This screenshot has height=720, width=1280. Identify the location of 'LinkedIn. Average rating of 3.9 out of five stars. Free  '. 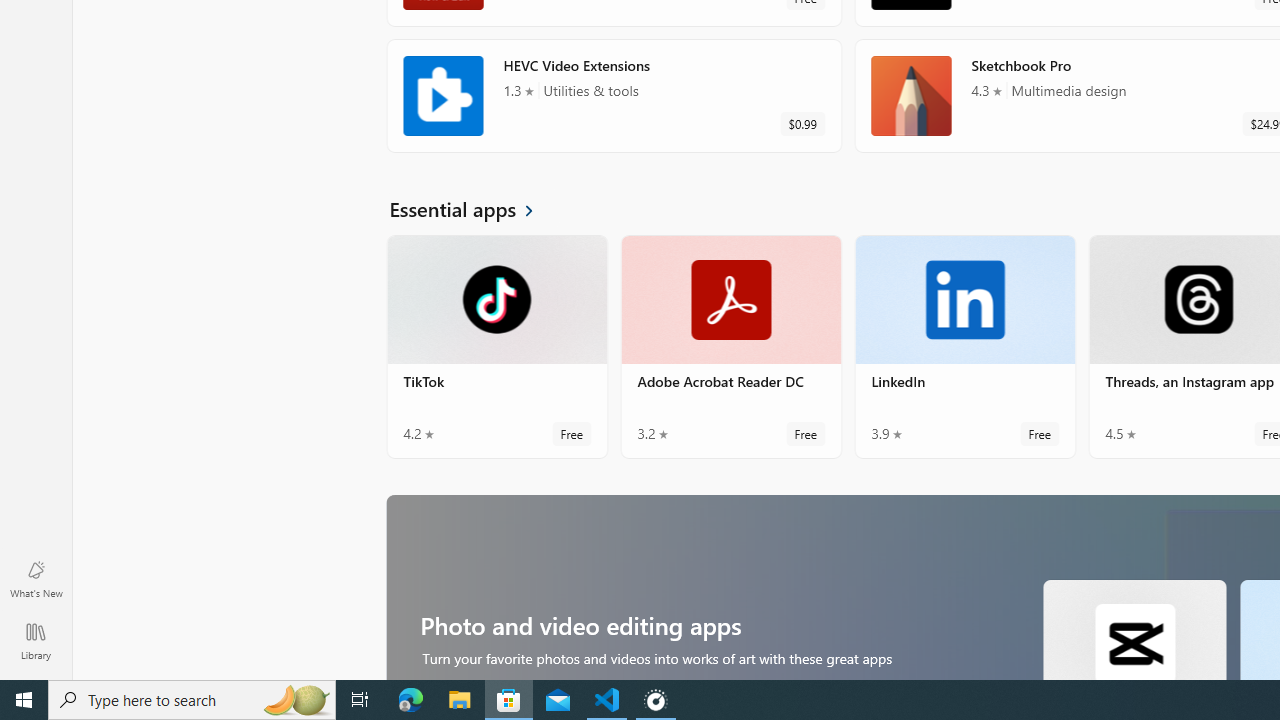
(965, 346).